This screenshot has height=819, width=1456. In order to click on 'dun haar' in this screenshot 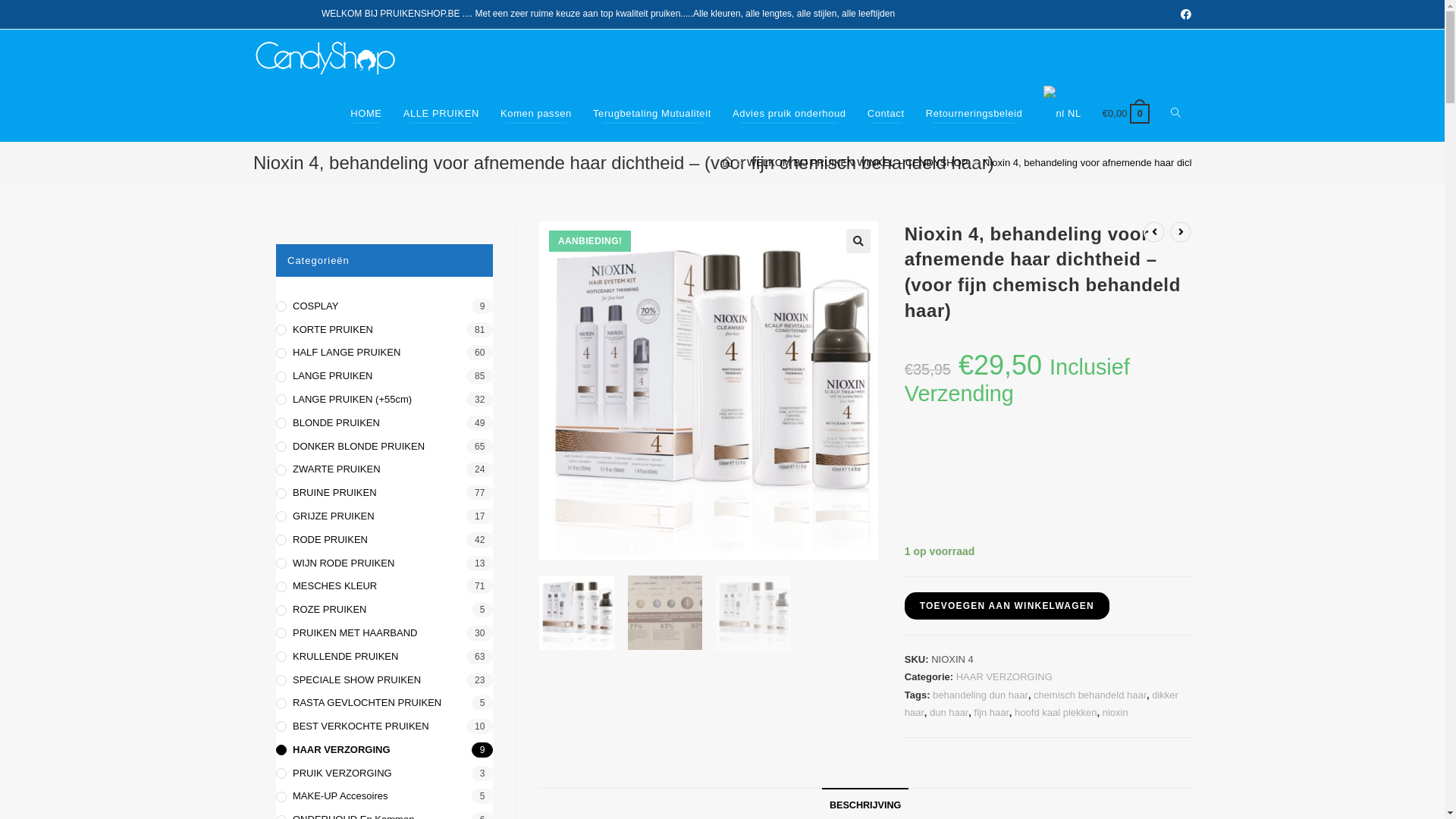, I will do `click(948, 712)`.